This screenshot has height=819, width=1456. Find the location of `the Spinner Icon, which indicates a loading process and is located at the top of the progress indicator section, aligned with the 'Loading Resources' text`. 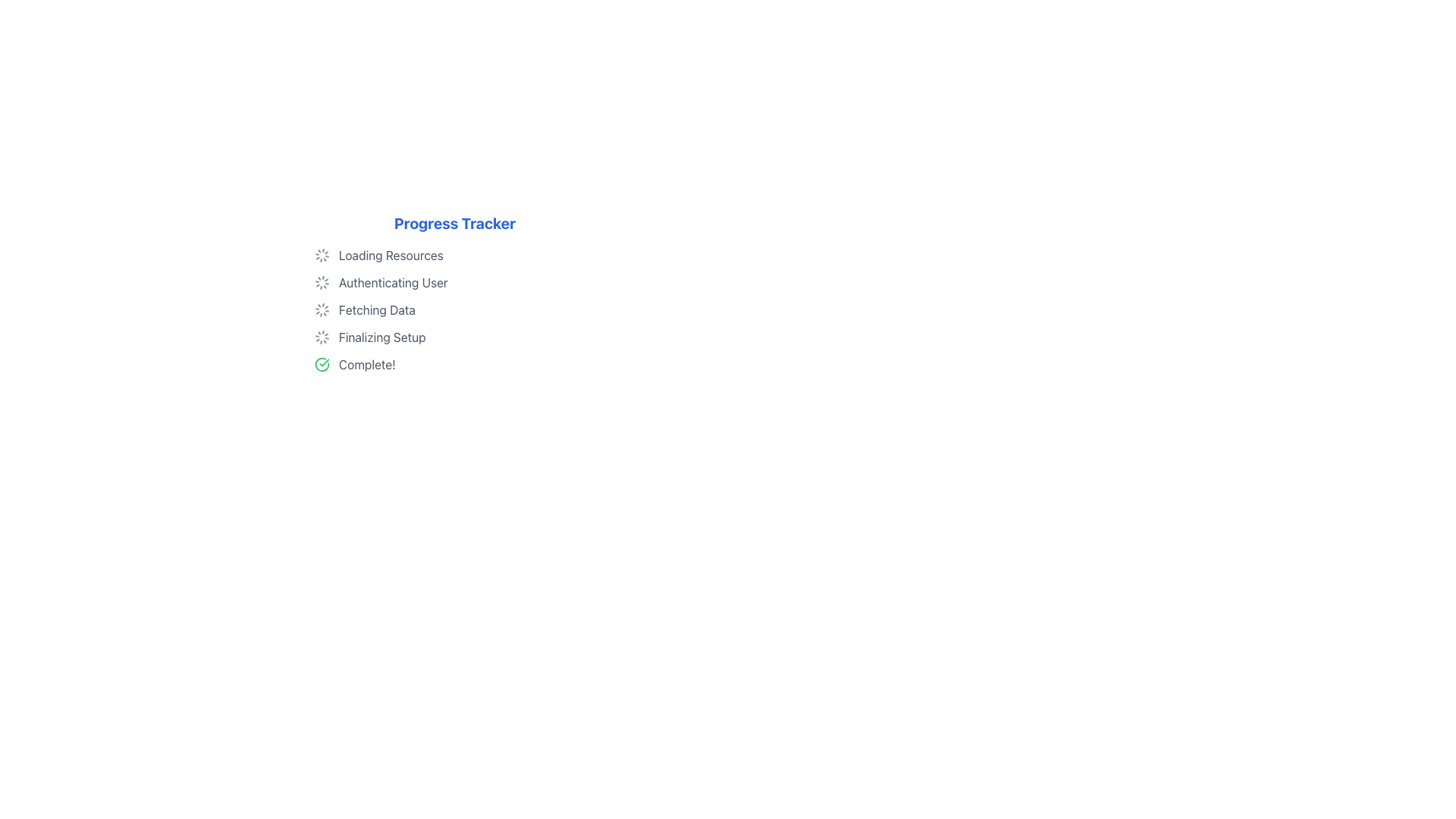

the Spinner Icon, which indicates a loading process and is located at the top of the progress indicator section, aligned with the 'Loading Resources' text is located at coordinates (322, 254).